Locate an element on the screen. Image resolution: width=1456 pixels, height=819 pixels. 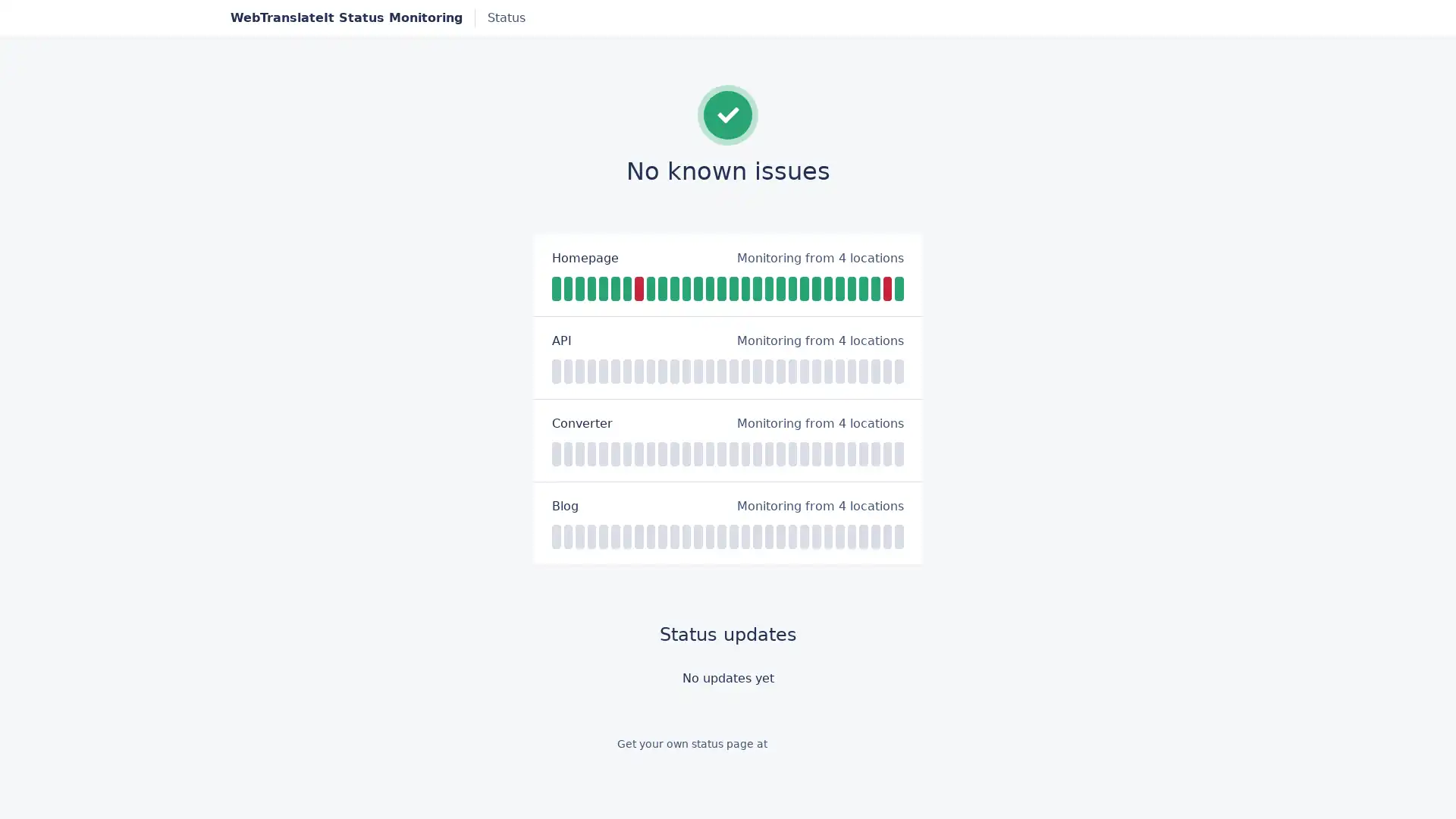
Converter is located at coordinates (582, 423).